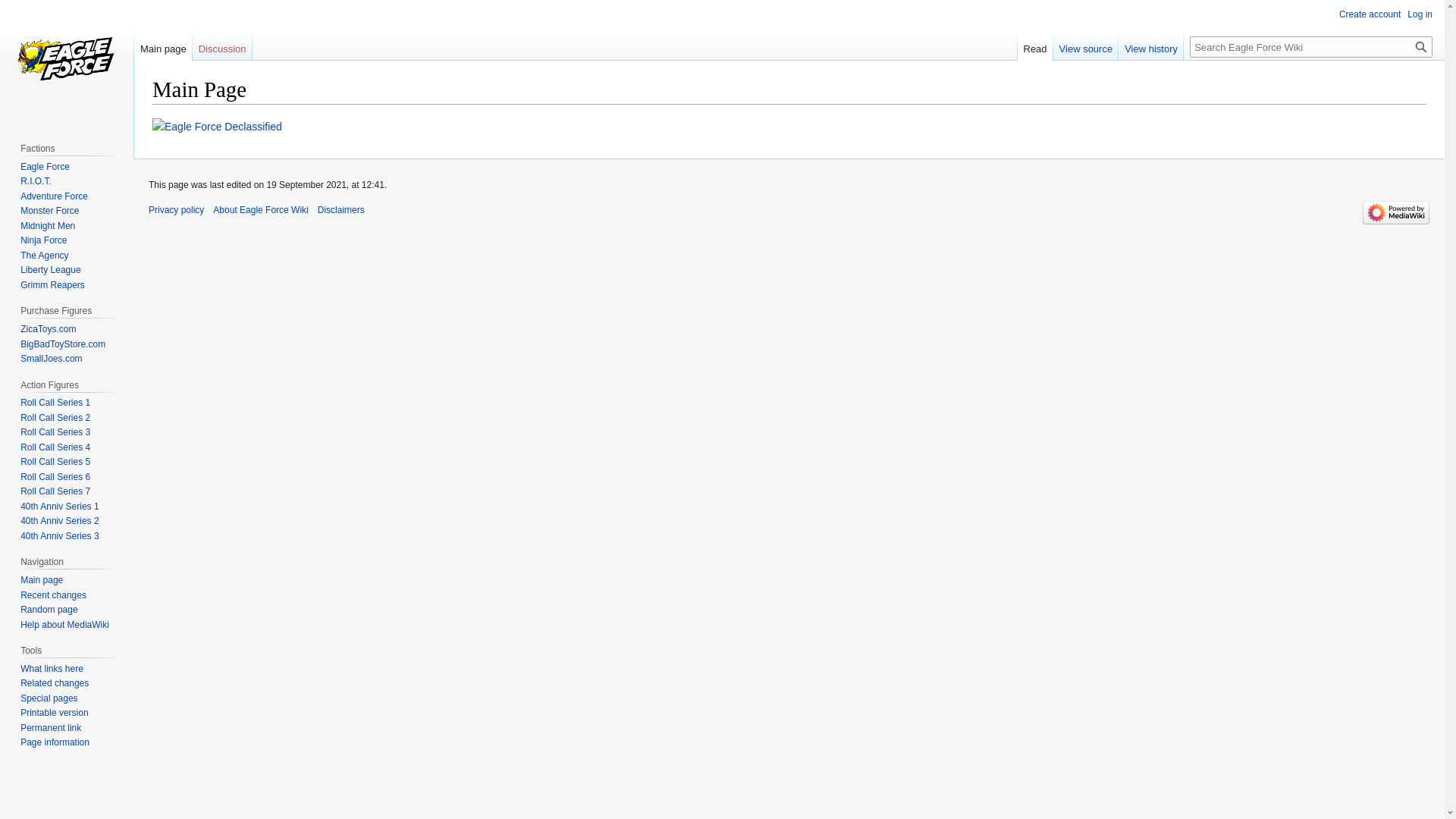 This screenshot has width=1456, height=819. What do you see at coordinates (260, 210) in the screenshot?
I see `'About Eagle Force Wiki'` at bounding box center [260, 210].